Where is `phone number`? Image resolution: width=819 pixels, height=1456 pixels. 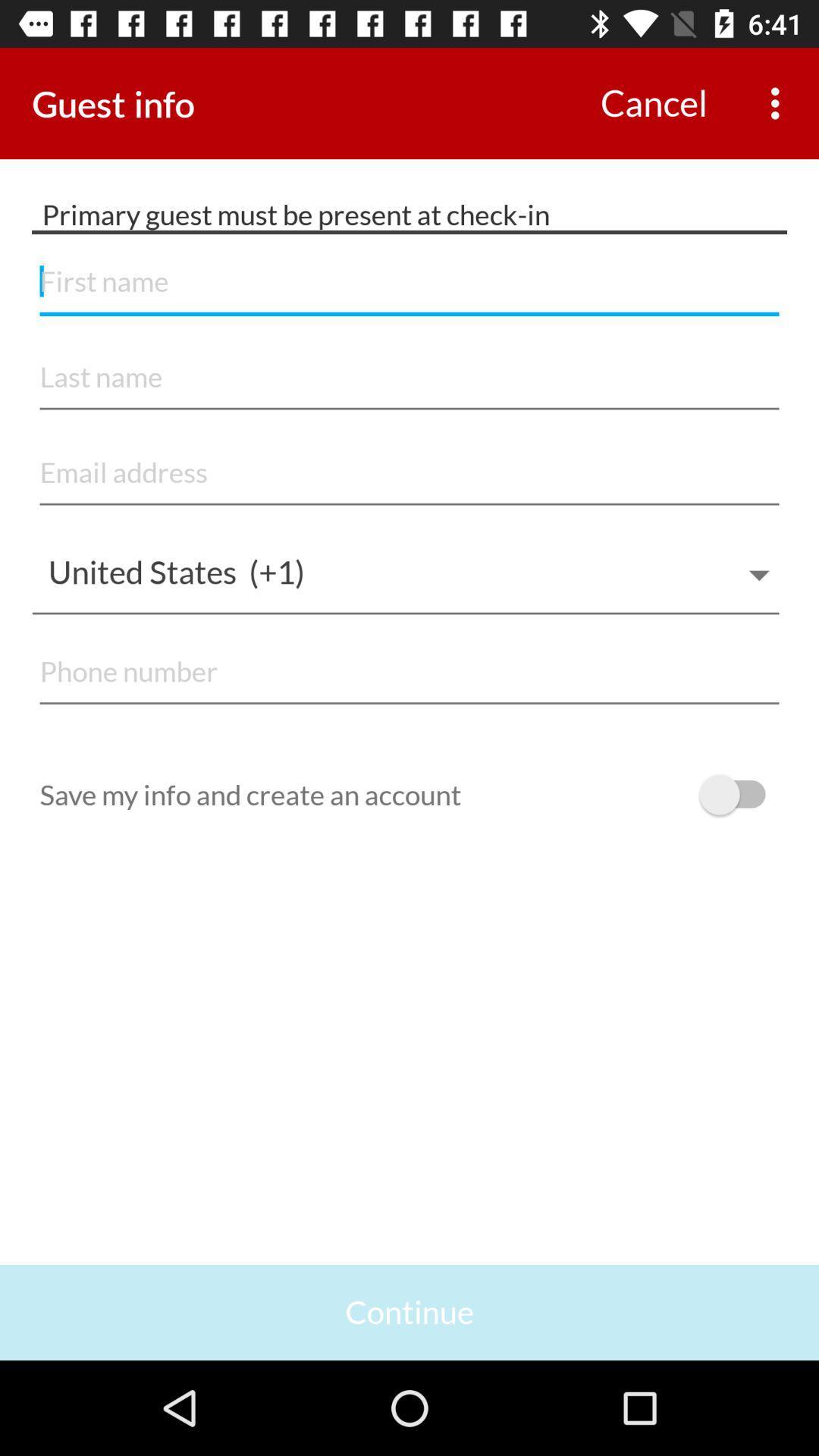 phone number is located at coordinates (409, 671).